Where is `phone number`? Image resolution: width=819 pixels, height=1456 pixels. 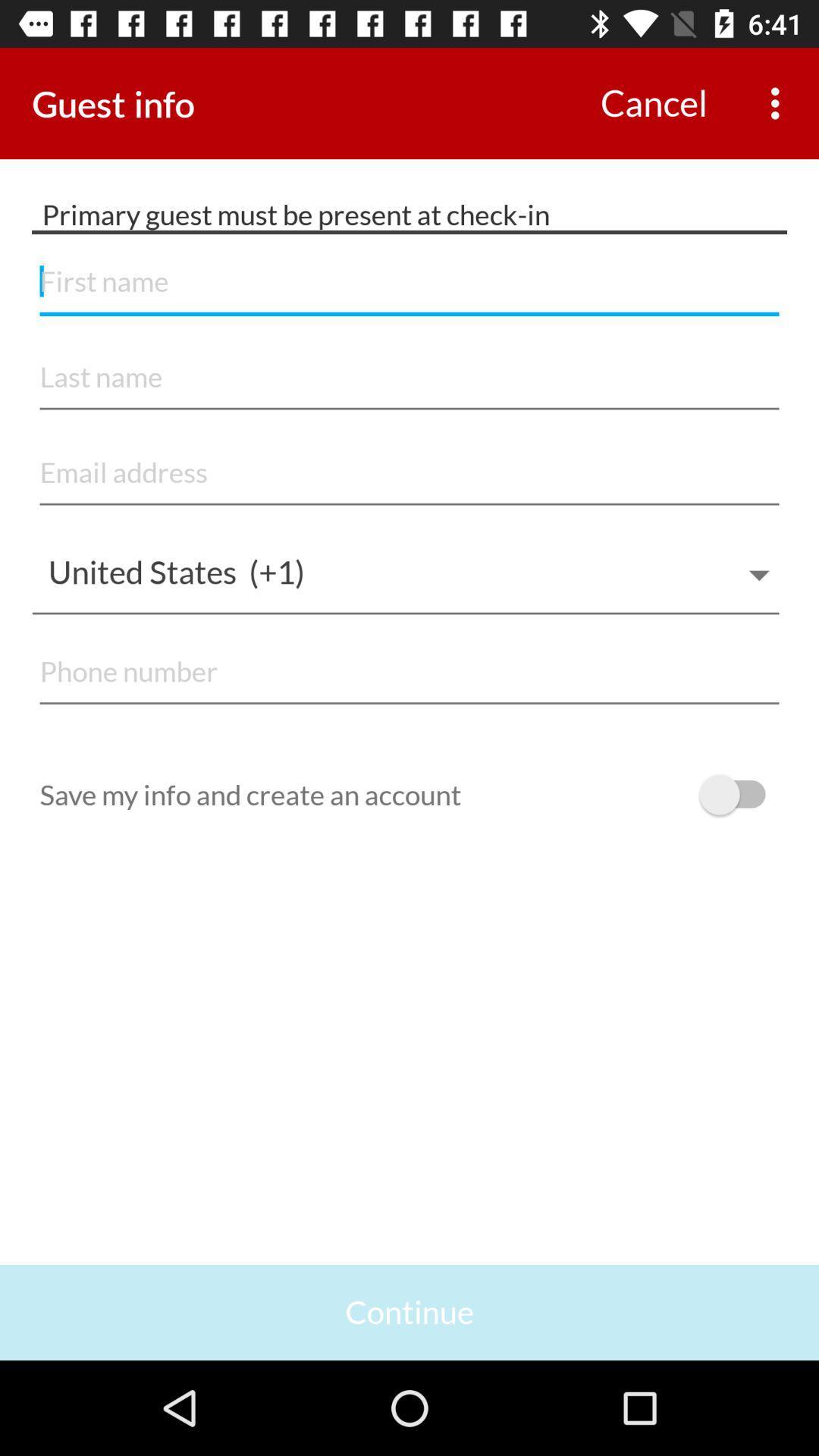 phone number is located at coordinates (409, 671).